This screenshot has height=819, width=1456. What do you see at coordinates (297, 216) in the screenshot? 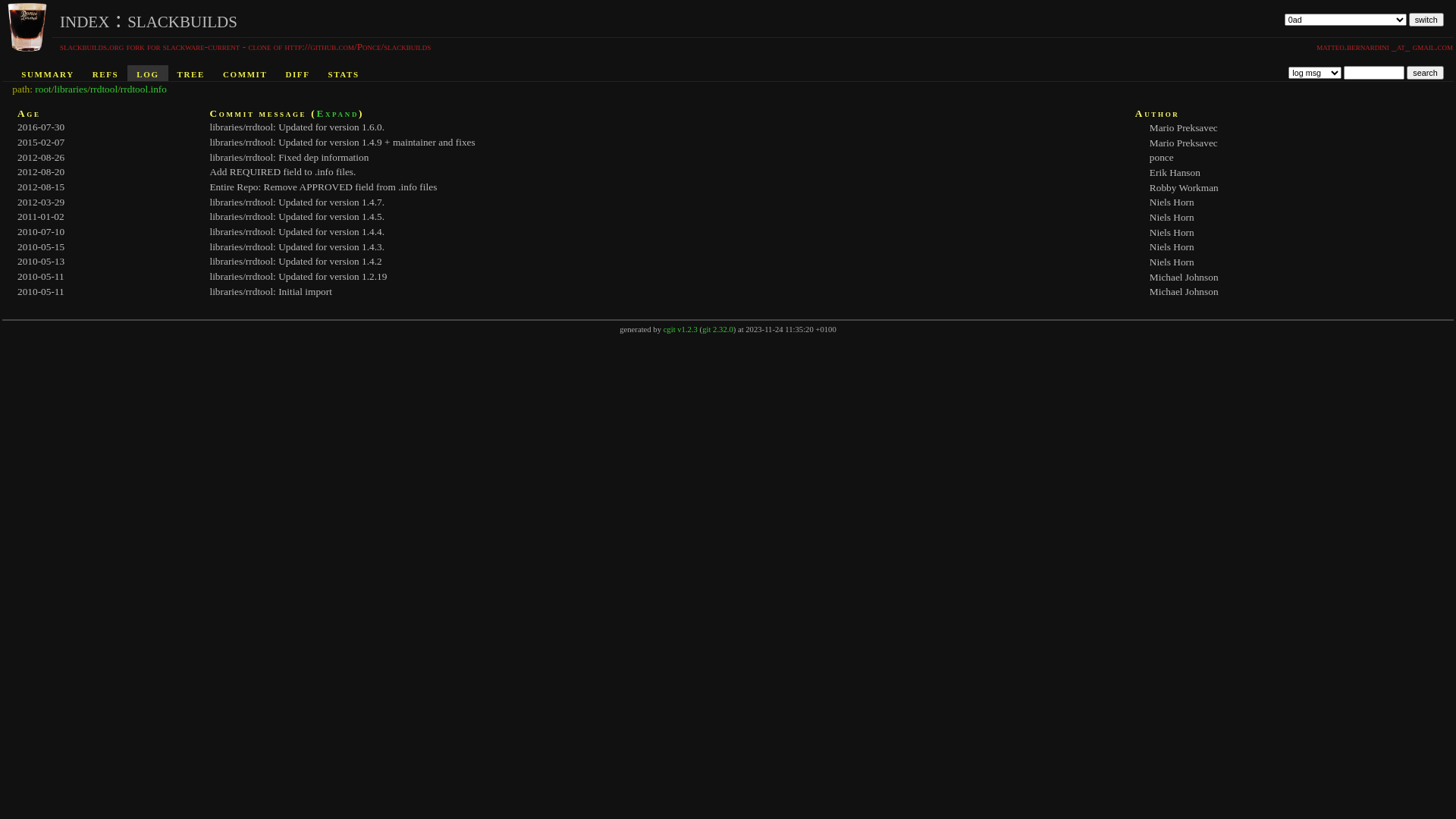
I see `'libraries/rrdtool: Updated for version 1.4.5.'` at bounding box center [297, 216].